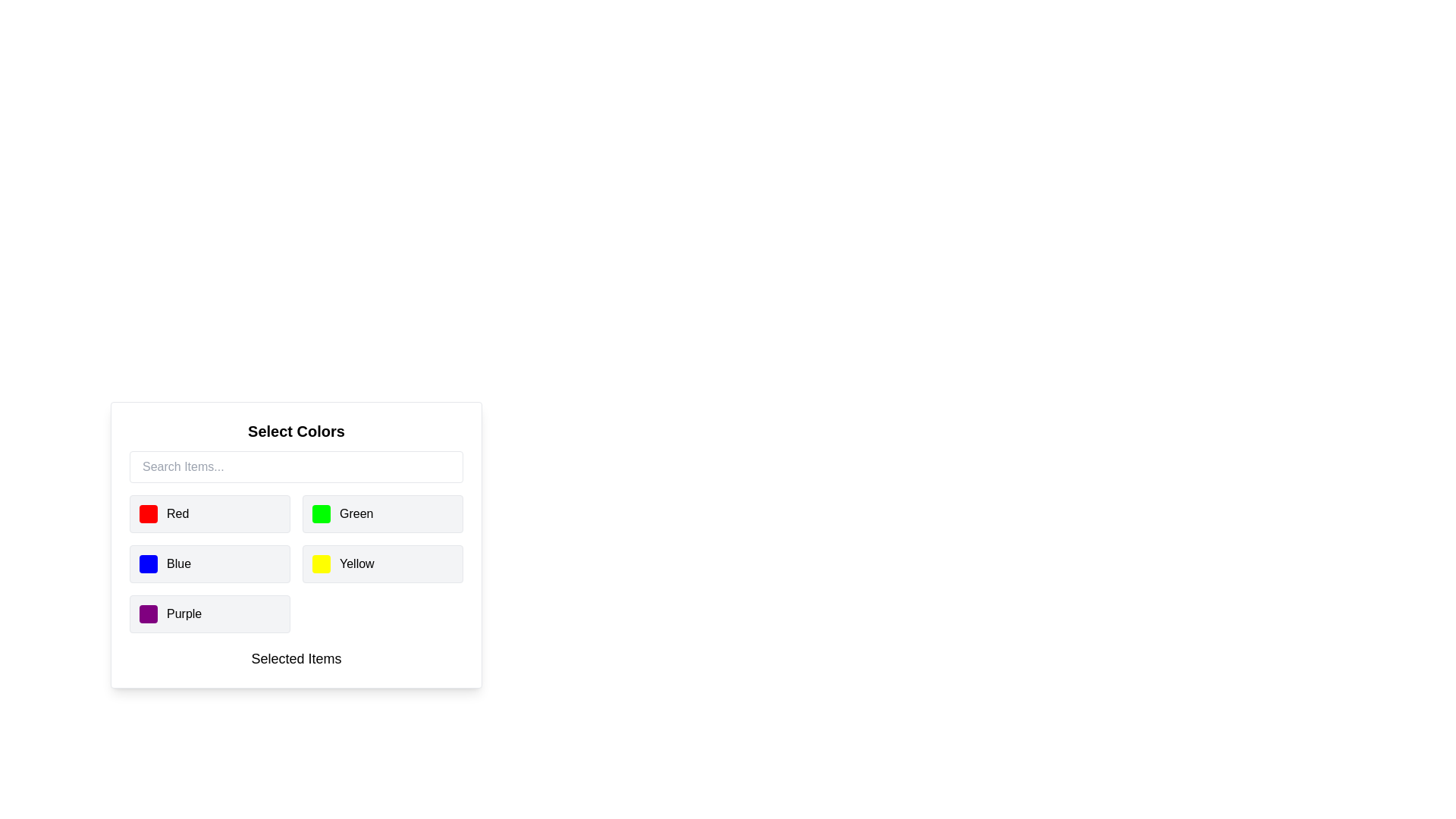 Image resolution: width=1456 pixels, height=819 pixels. Describe the element at coordinates (177, 513) in the screenshot. I see `text of the label that displays 'Red', which is part of the color selection area next to the red square, located in the top-left corner of the grid under 'Select Colors'` at that location.